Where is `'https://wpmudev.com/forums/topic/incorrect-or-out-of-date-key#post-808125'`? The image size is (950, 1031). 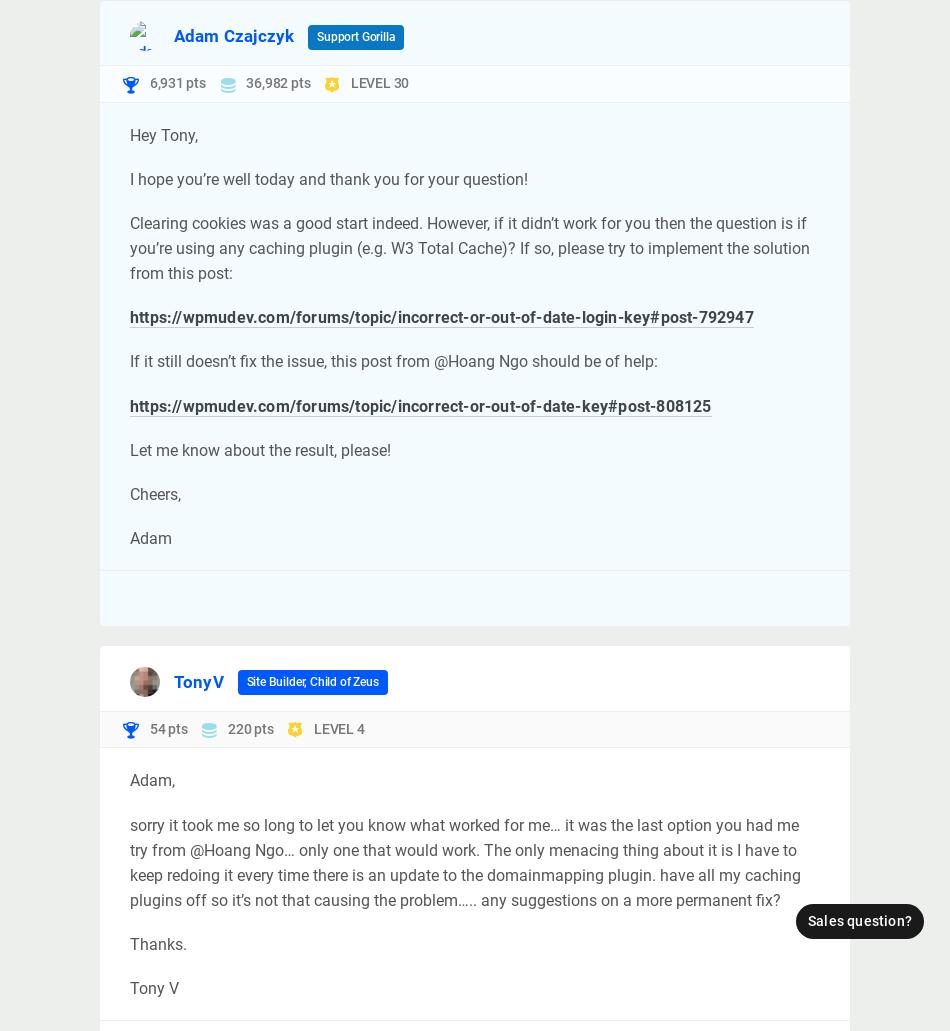
'https://wpmudev.com/forums/topic/incorrect-or-out-of-date-key#post-808125' is located at coordinates (419, 404).